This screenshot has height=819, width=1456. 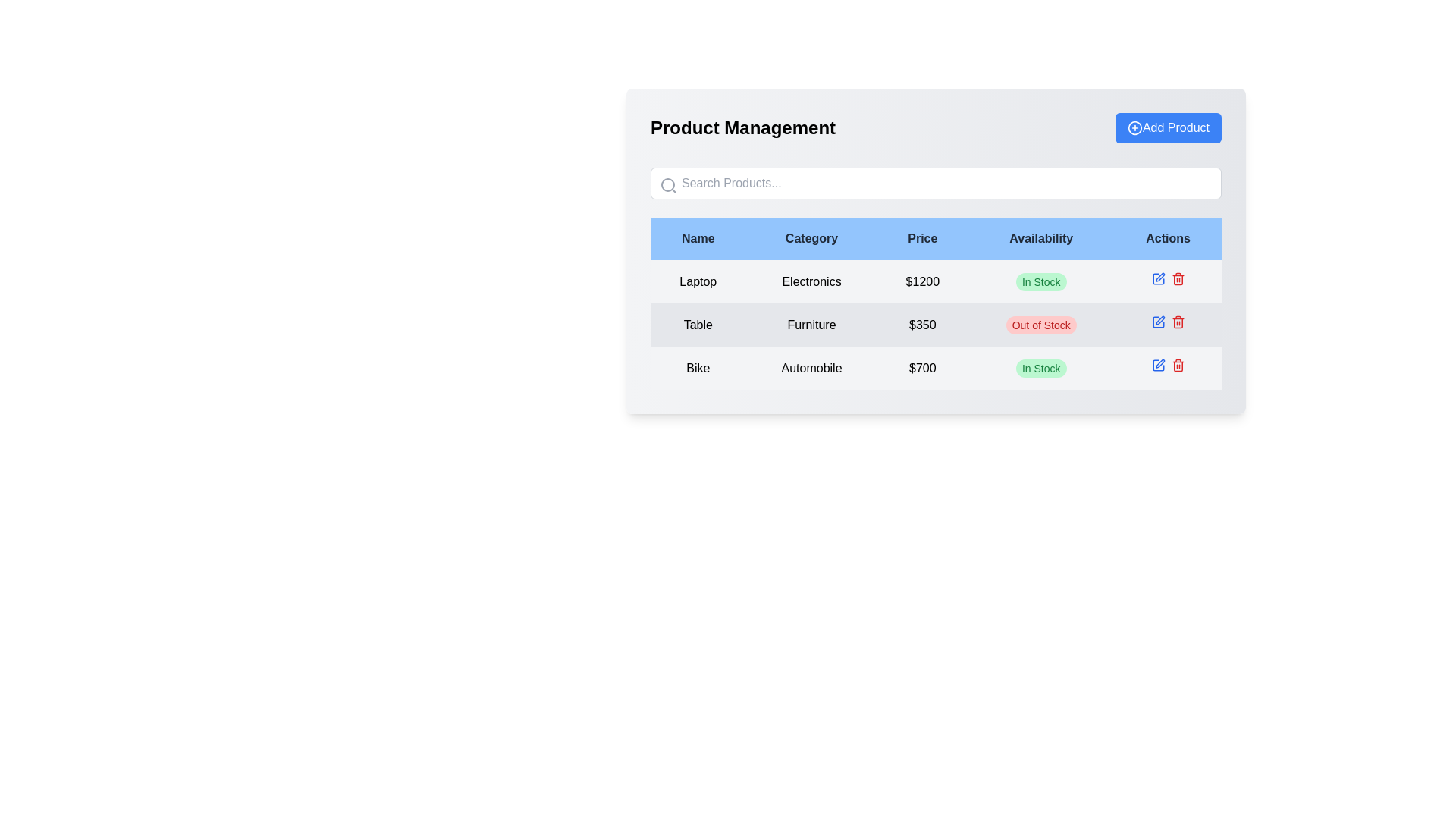 I want to click on the edit icon in the last row of the 'Actions' column, so click(x=1157, y=366).